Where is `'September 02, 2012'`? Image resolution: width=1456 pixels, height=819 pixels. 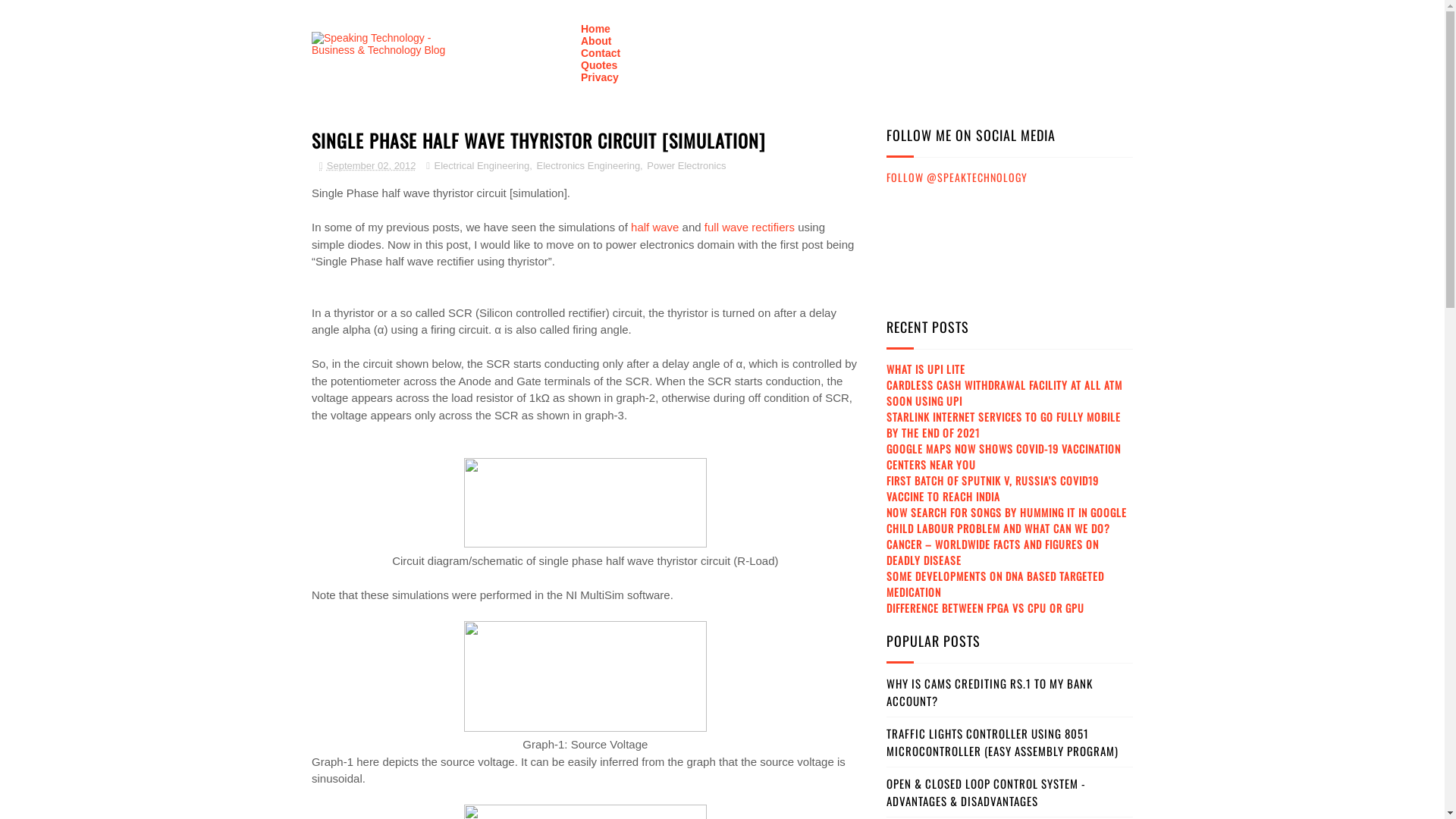 'September 02, 2012' is located at coordinates (367, 165).